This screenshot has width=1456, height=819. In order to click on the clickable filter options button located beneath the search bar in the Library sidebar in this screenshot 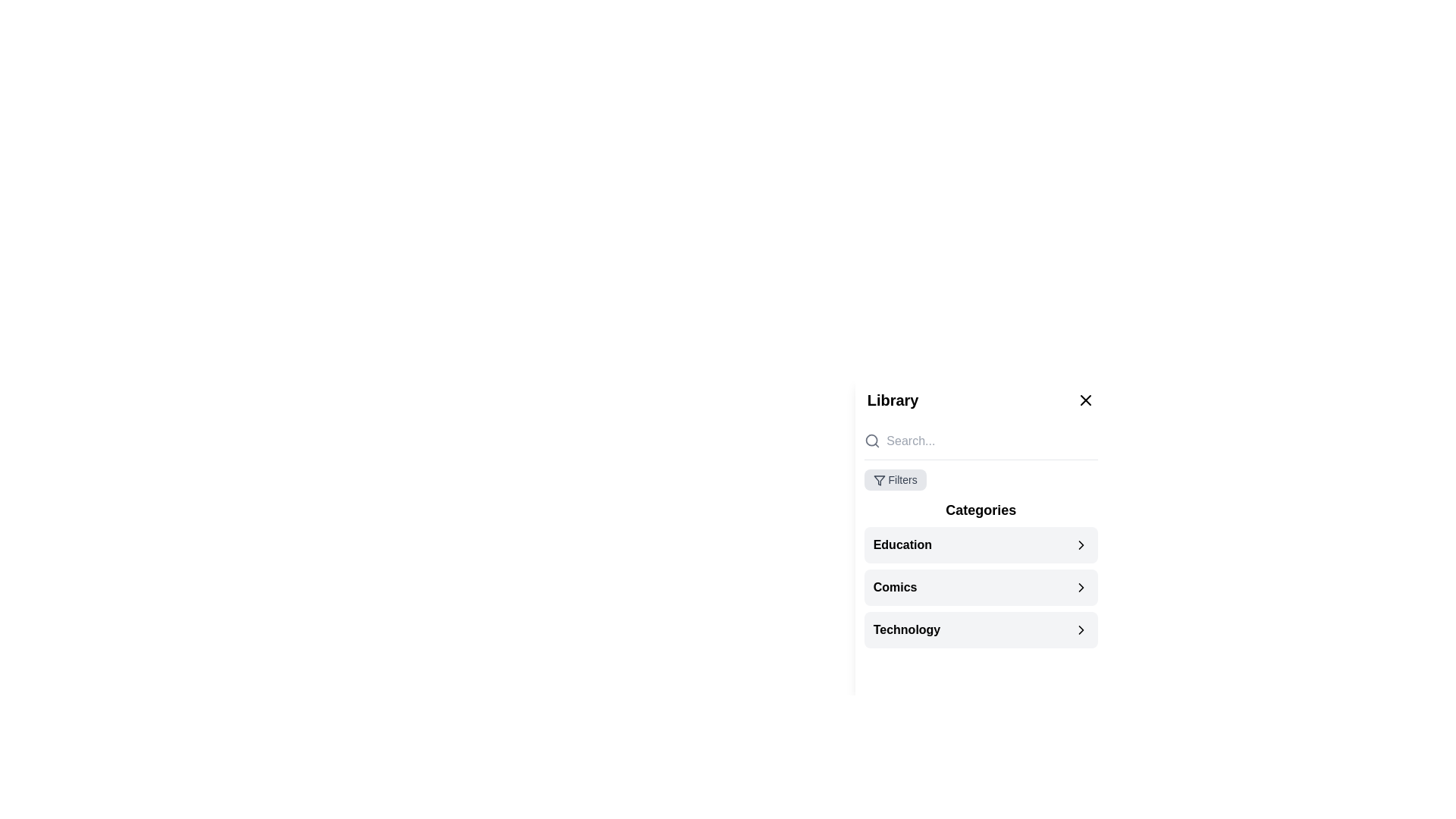, I will do `click(895, 479)`.